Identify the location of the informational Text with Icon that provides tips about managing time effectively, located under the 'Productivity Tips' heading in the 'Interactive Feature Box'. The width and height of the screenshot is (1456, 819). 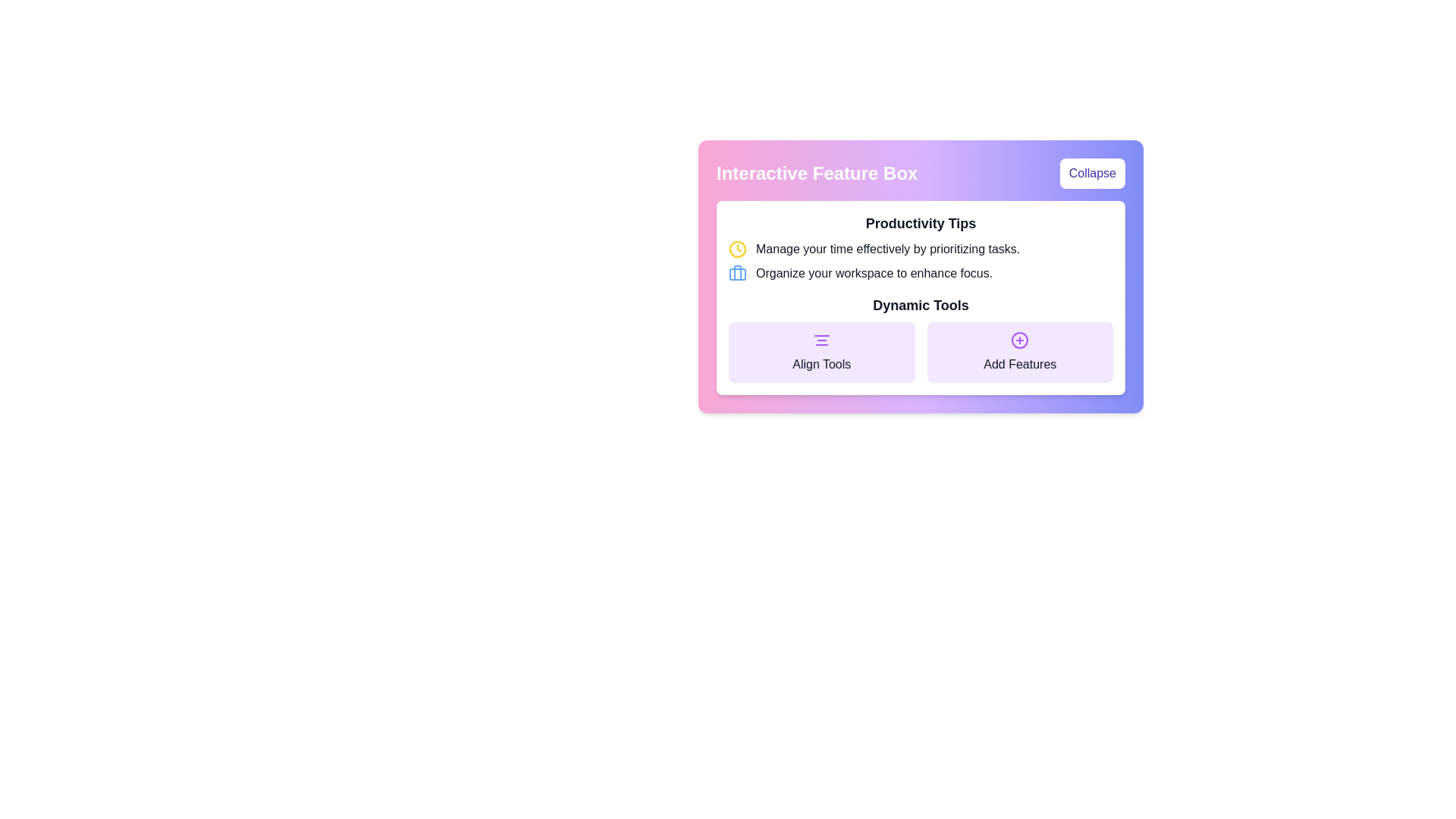
(920, 248).